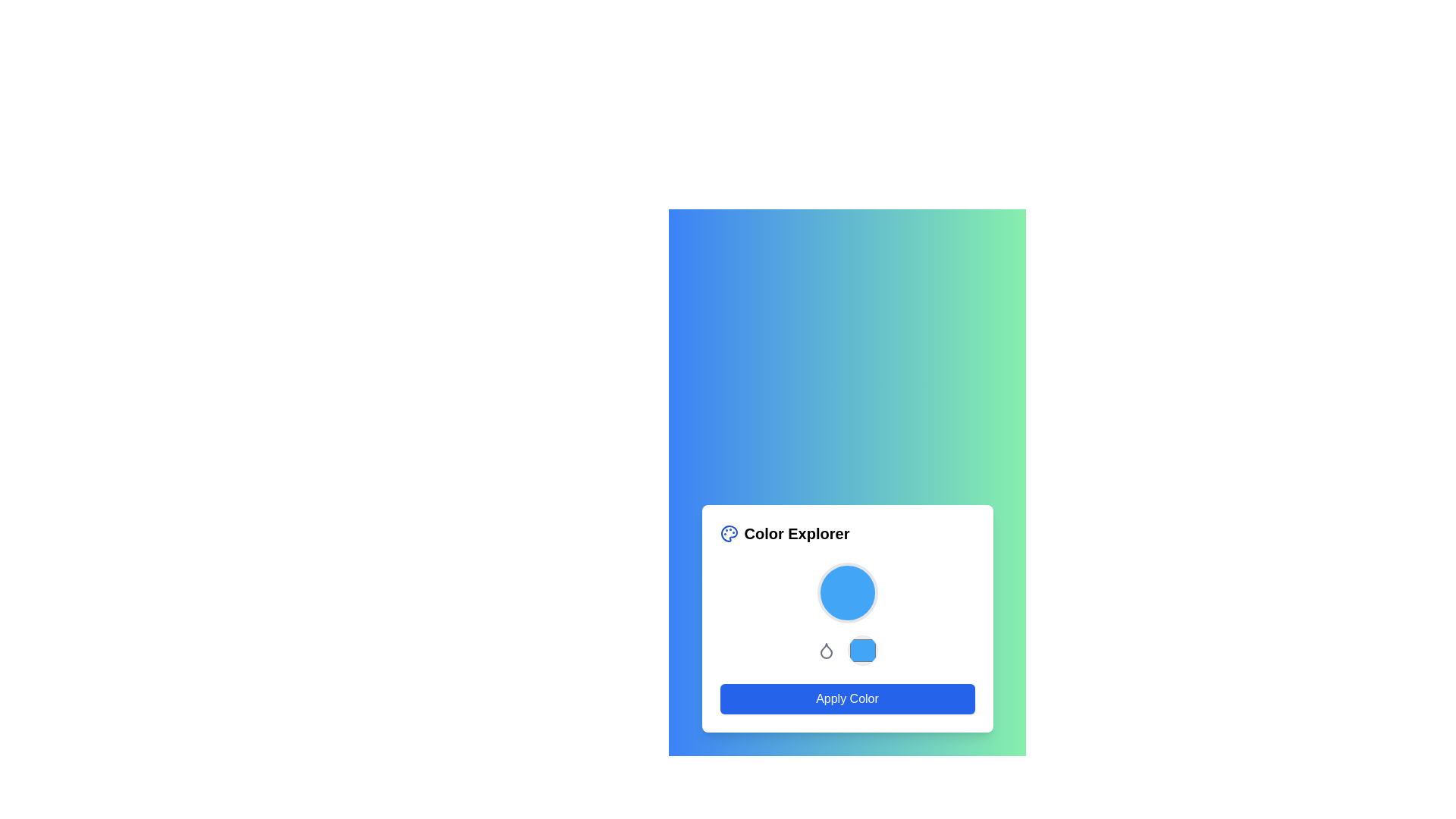 The width and height of the screenshot is (1456, 819). Describe the element at coordinates (846, 533) in the screenshot. I see `title text of the Header with Icon that serves as the title for the color explorer tool section in the upper part of the card interface` at that location.